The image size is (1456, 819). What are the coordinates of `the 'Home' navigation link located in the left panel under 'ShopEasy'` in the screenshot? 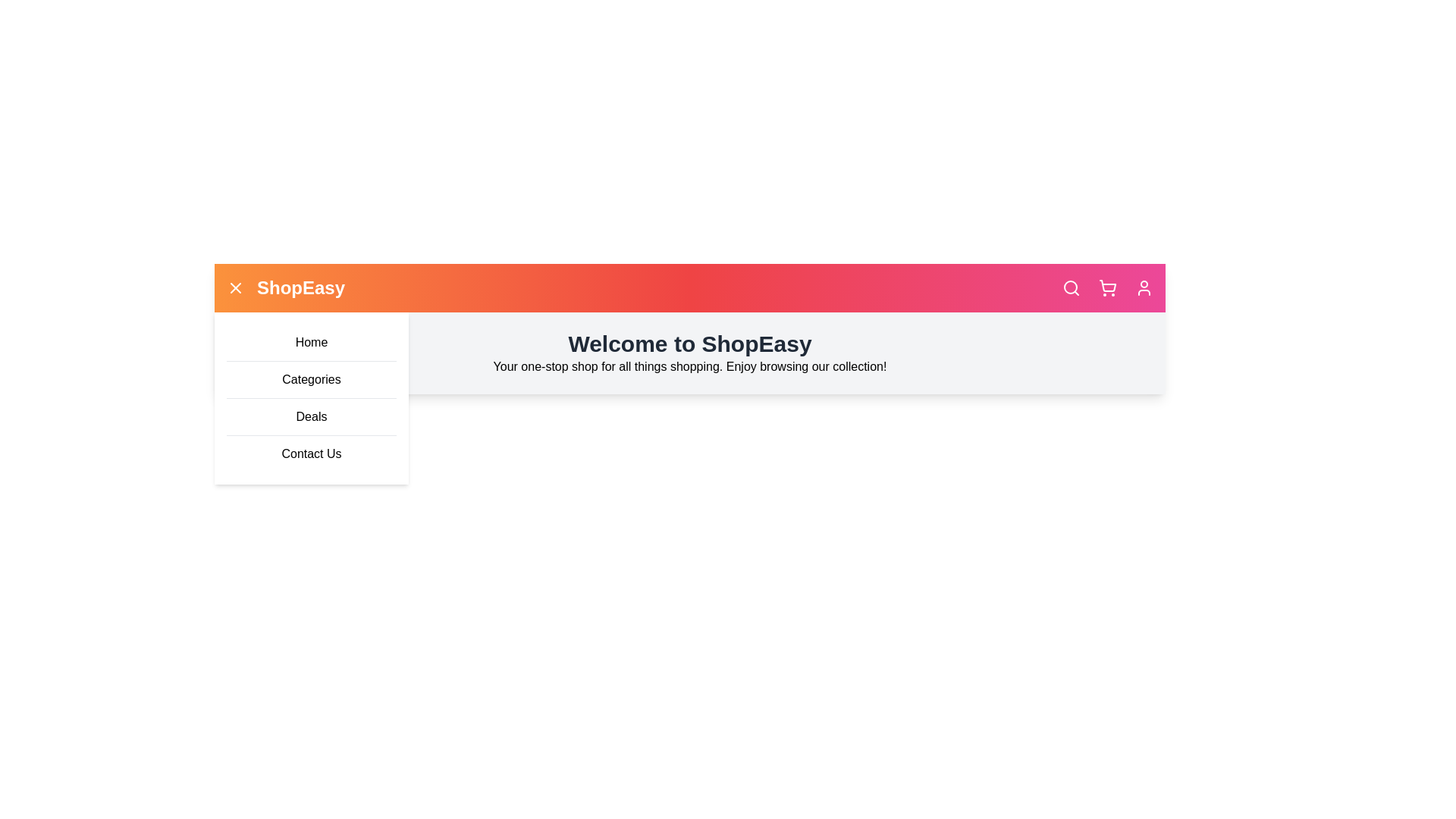 It's located at (311, 342).